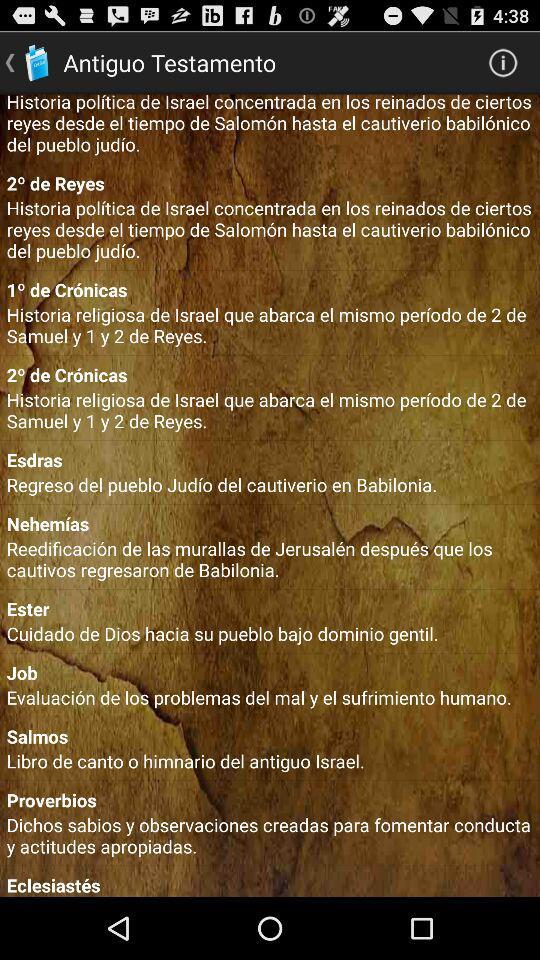 The image size is (540, 960). What do you see at coordinates (270, 608) in the screenshot?
I see `the ester` at bounding box center [270, 608].